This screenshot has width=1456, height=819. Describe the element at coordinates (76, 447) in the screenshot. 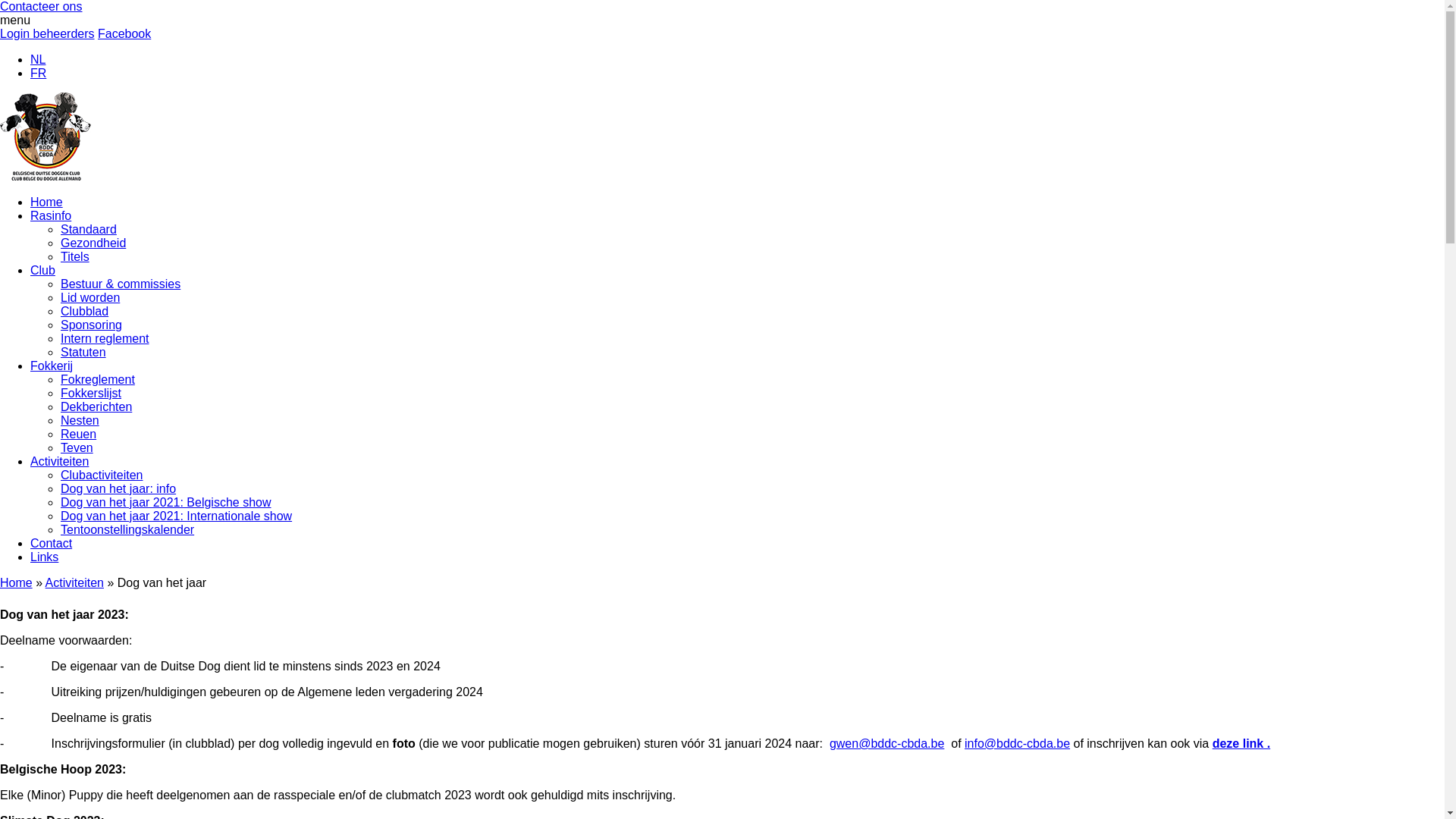

I see `'Teven'` at that location.